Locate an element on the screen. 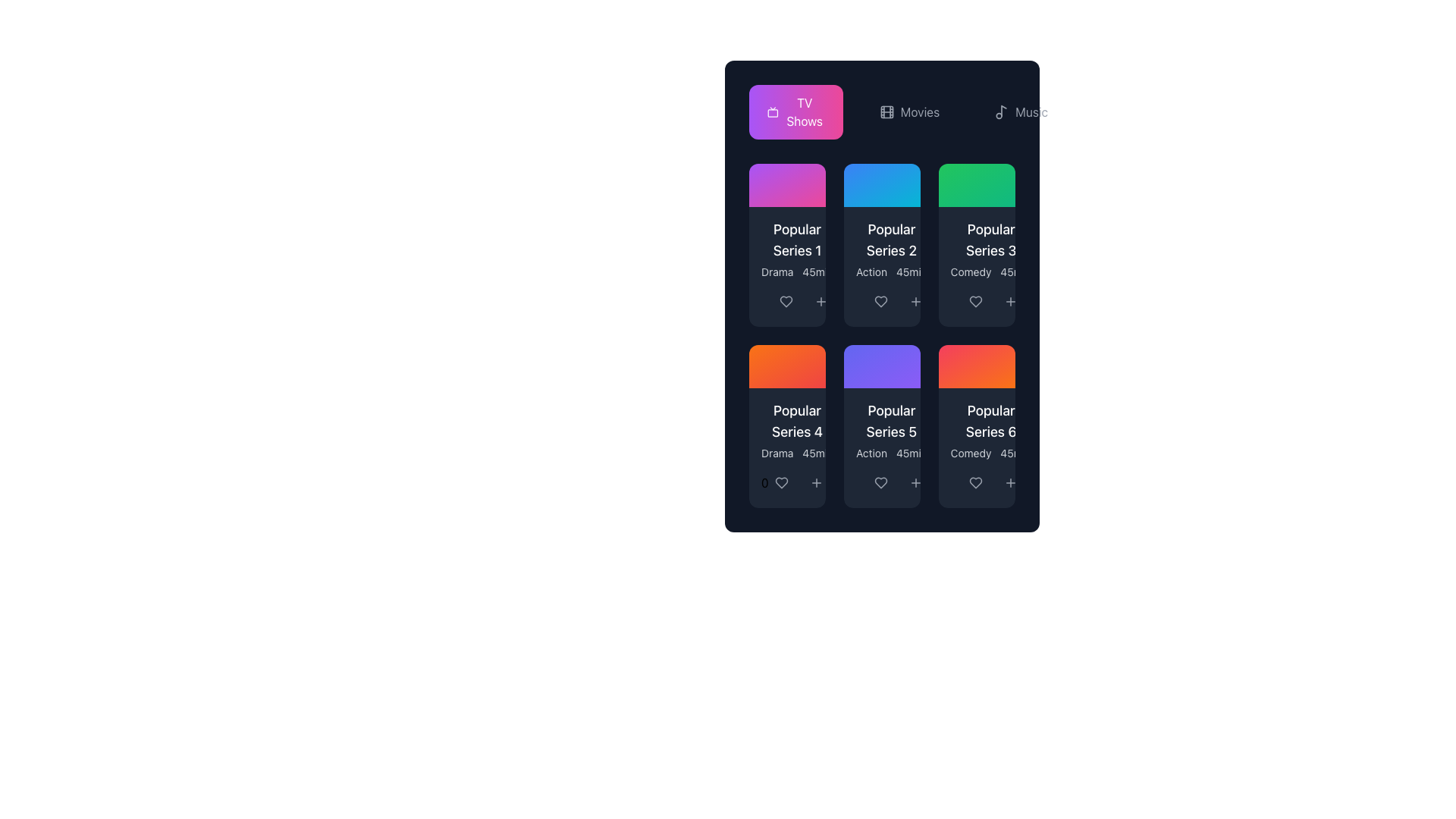 The height and width of the screenshot is (819, 1456). the Label or Text Display that indicates the genre 'Action' and duration '45min', located below the title 'Popular Series 5' in the second row and second column of the grid is located at coordinates (892, 452).